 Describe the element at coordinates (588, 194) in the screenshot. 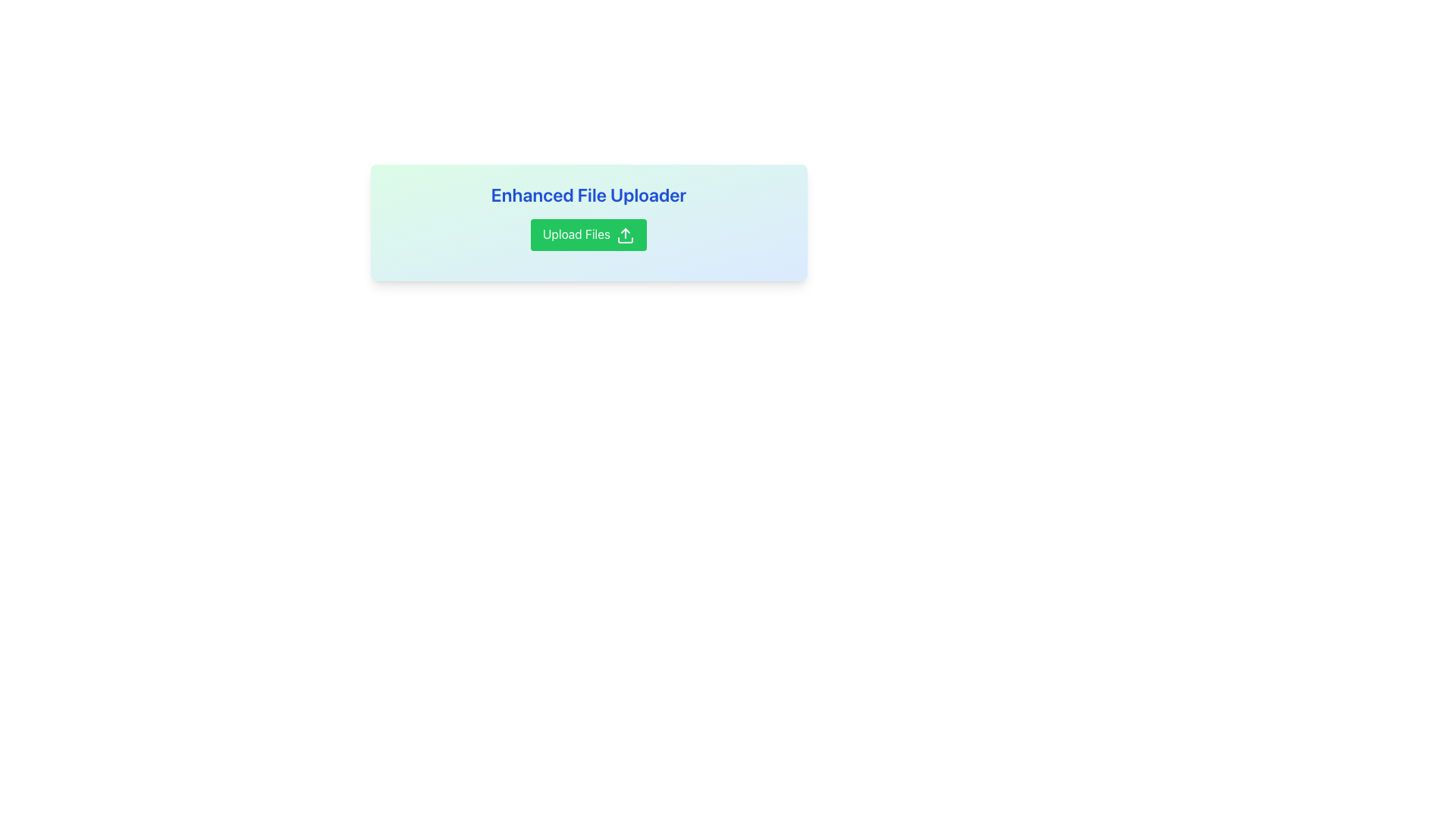

I see `the text label displaying 'Enhanced File Uploader', which is centrally aligned and positioned above the 'Upload Files' button` at that location.